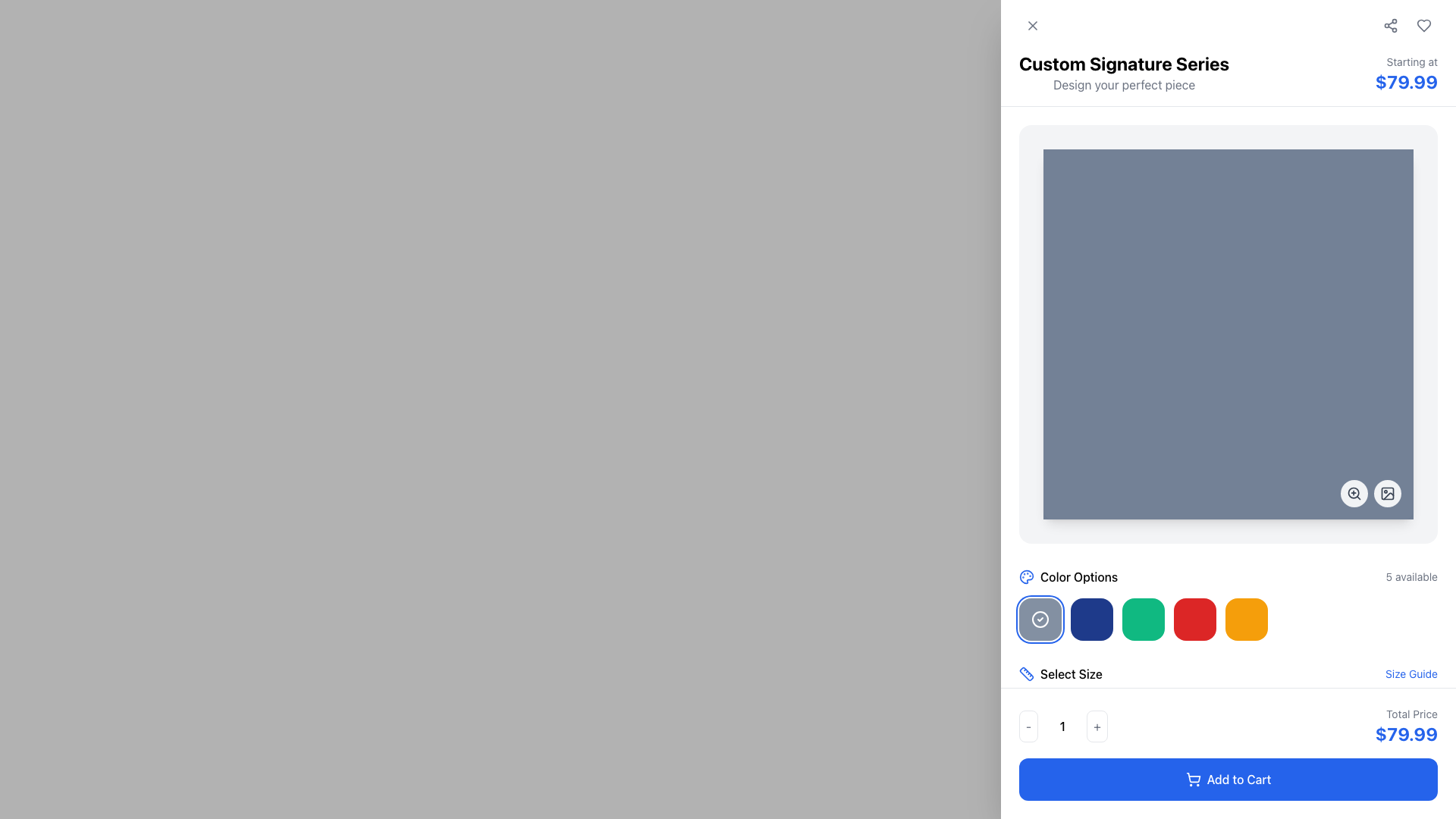 This screenshot has width=1456, height=819. What do you see at coordinates (1040, 620) in the screenshot?
I see `the first color option button` at bounding box center [1040, 620].